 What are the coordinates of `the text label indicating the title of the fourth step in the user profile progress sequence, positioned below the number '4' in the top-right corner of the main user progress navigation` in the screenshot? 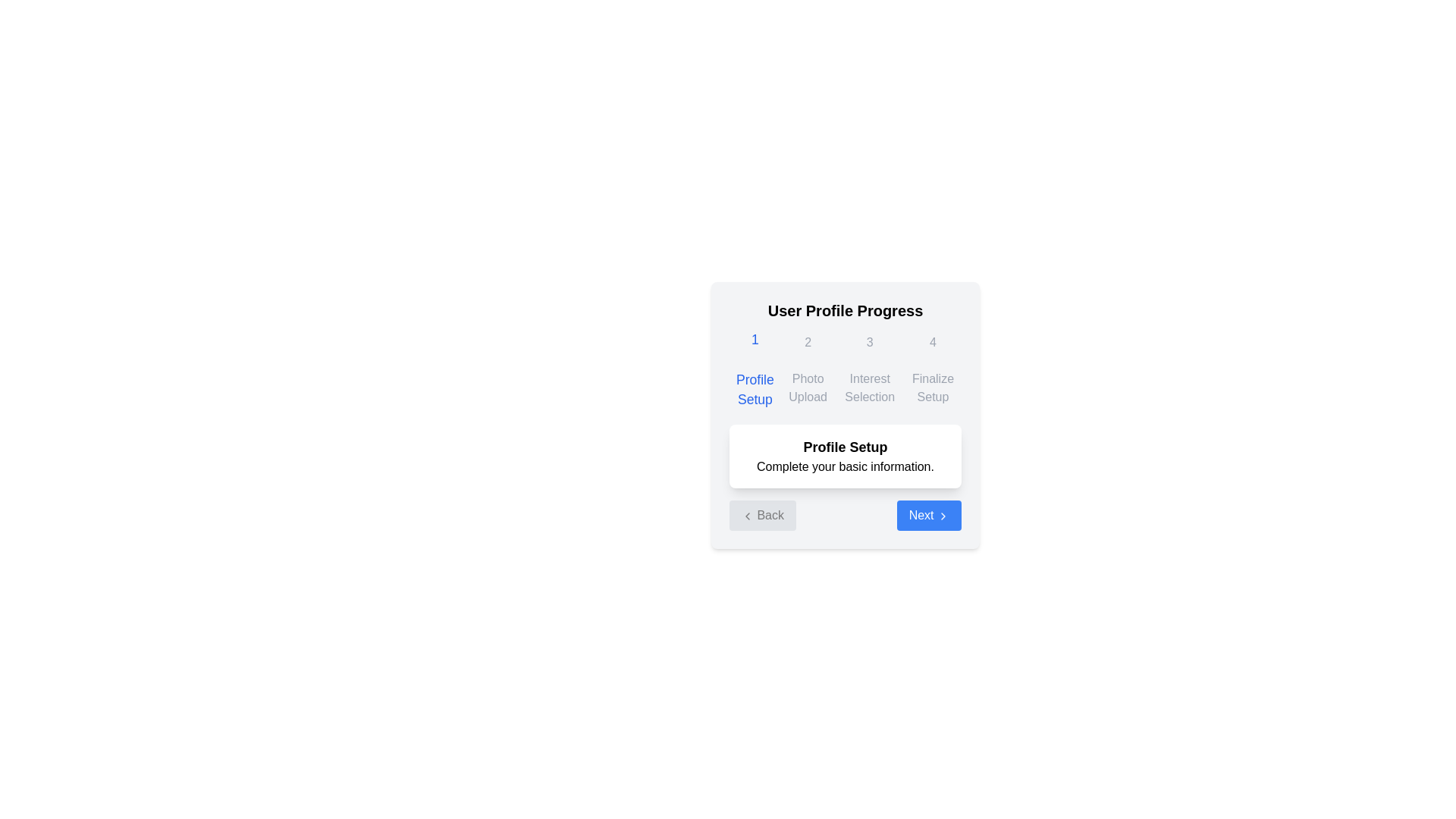 It's located at (932, 388).